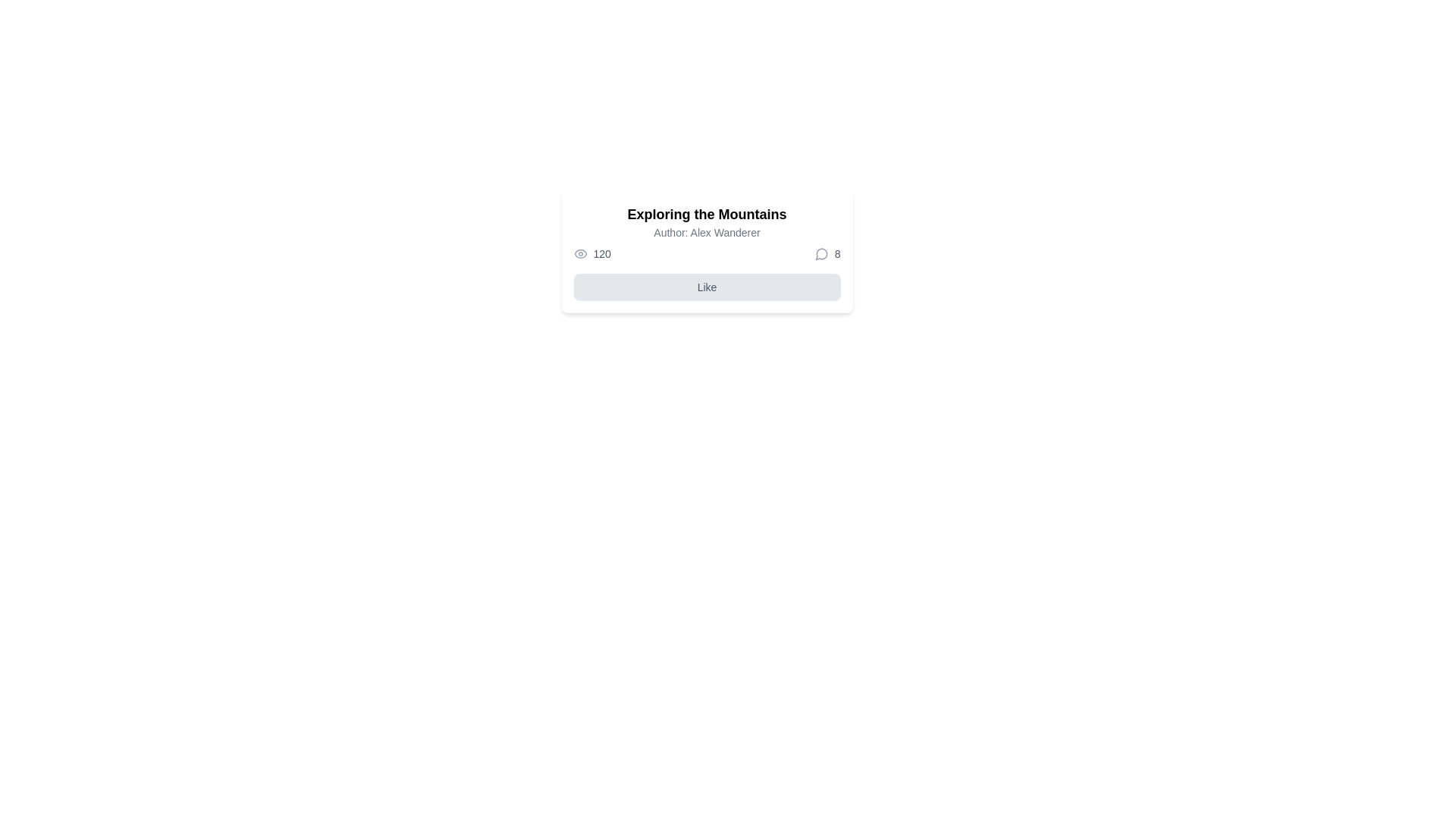 Image resolution: width=1456 pixels, height=819 pixels. What do you see at coordinates (821, 253) in the screenshot?
I see `the message icon located in the bottom-right portion of the 'Exploring the Mountains' card interface, which precedes the number '8'` at bounding box center [821, 253].